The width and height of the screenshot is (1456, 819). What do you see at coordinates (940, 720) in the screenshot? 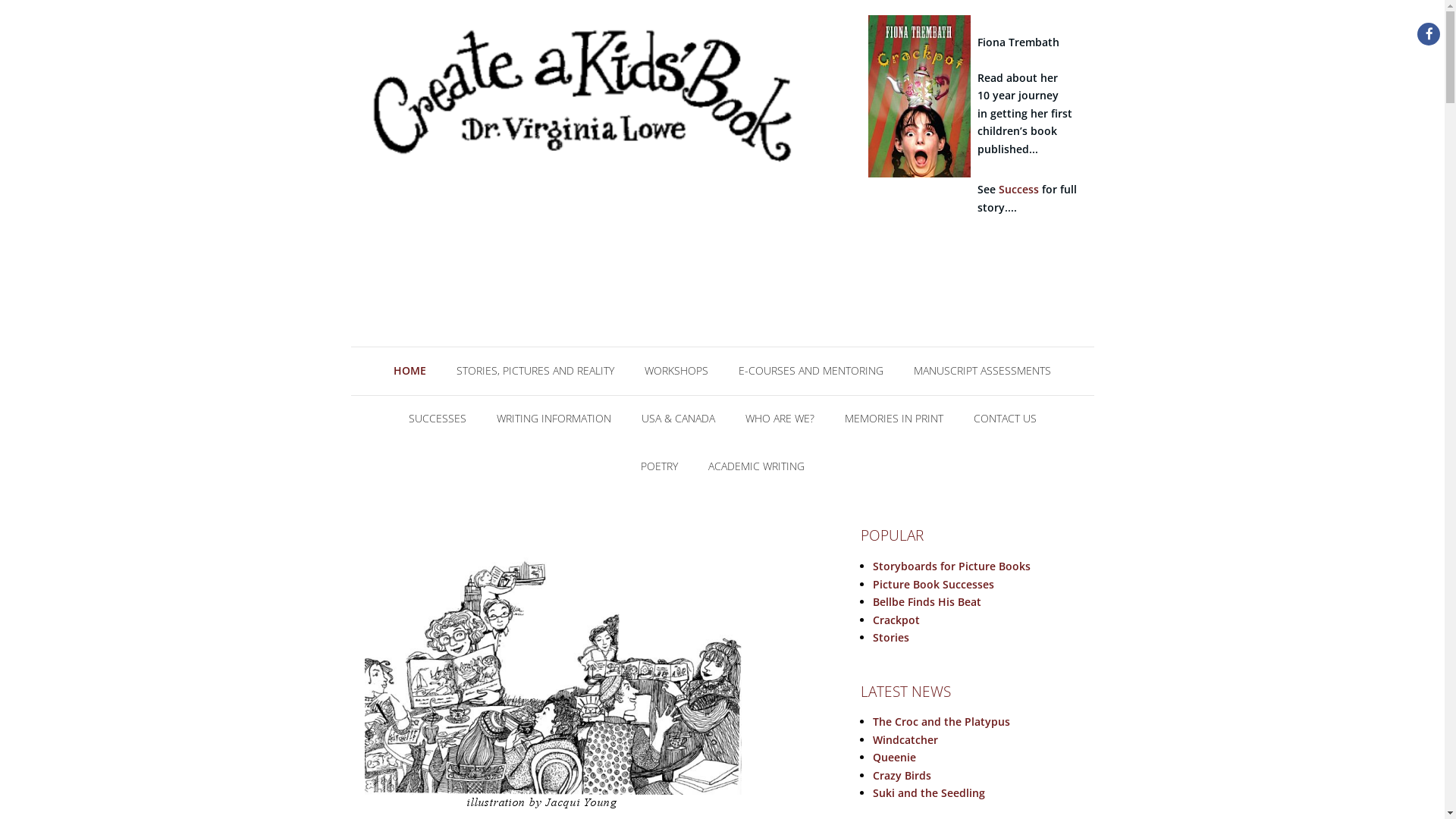
I see `'The Croc and the Platypus'` at bounding box center [940, 720].